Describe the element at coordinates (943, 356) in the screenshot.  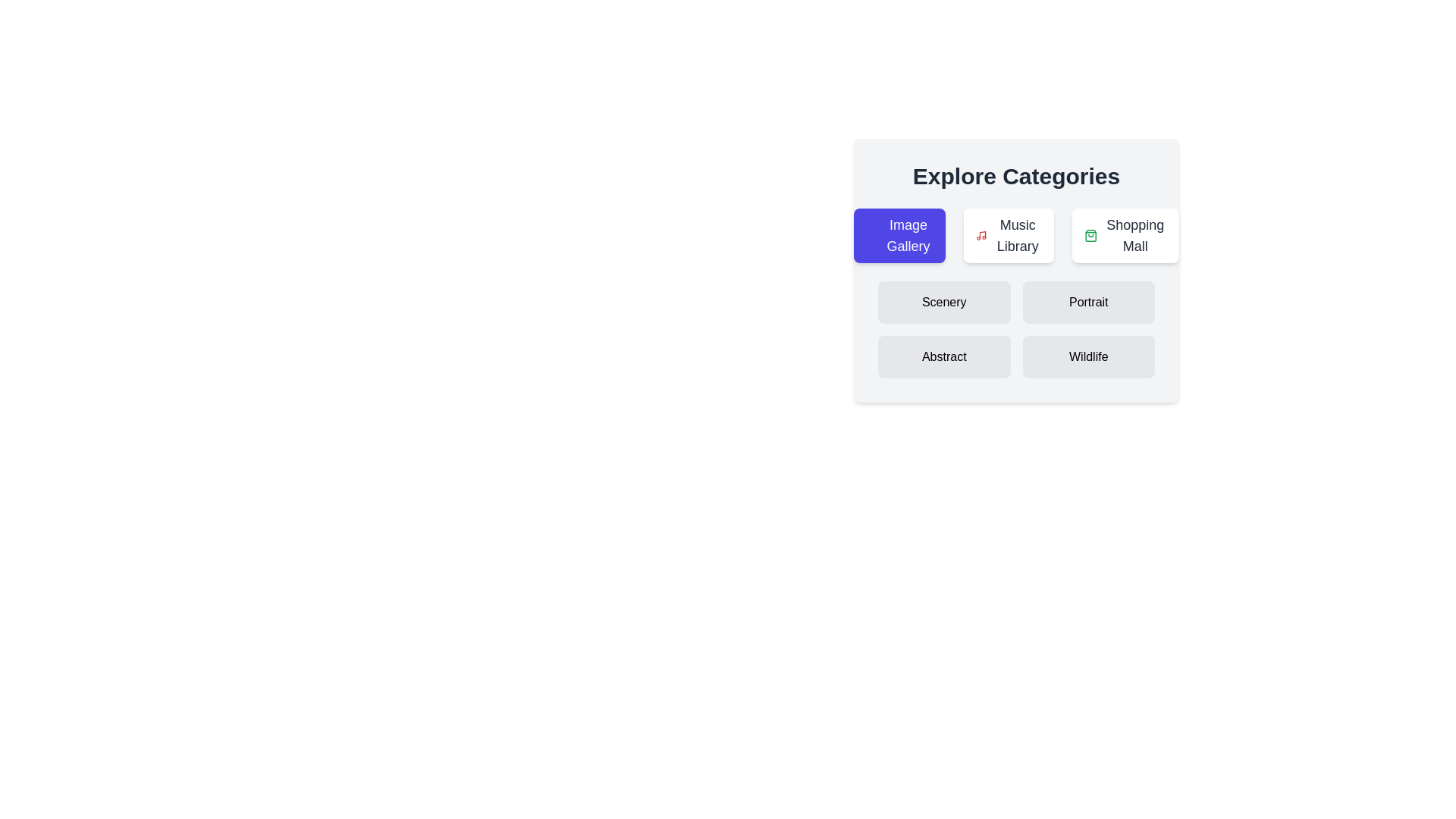
I see `the 'Abstract' button` at that location.